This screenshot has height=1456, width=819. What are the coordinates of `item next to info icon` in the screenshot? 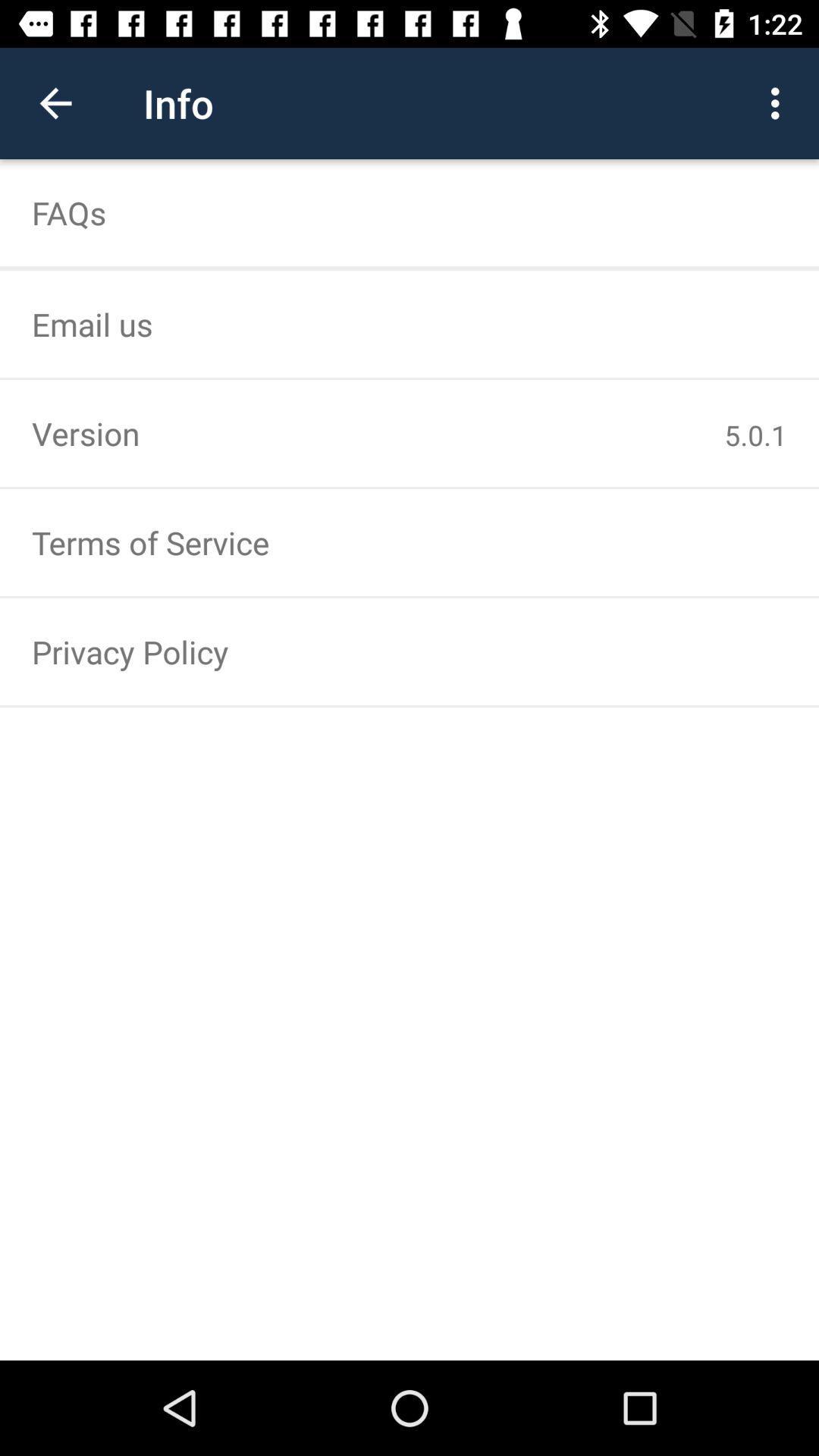 It's located at (55, 102).